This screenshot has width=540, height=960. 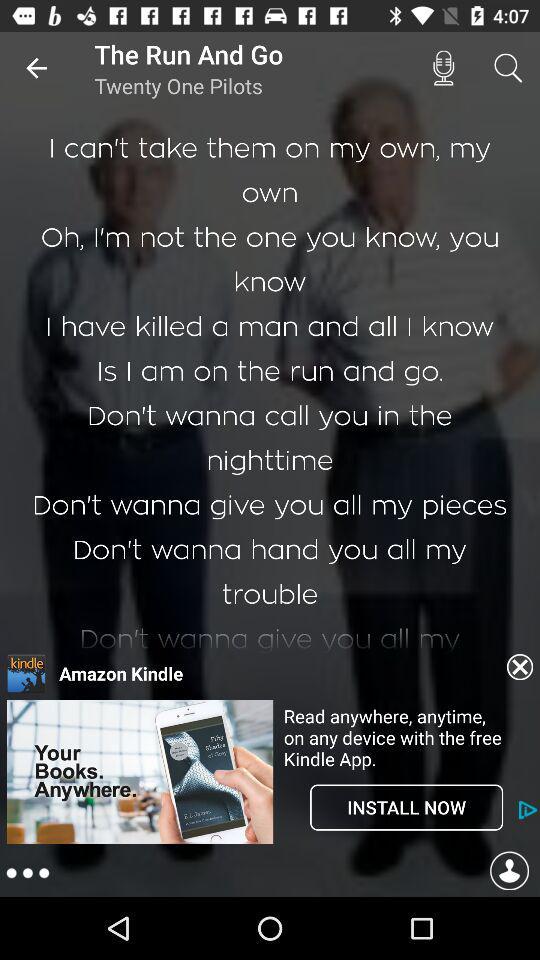 What do you see at coordinates (26, 872) in the screenshot?
I see `settings` at bounding box center [26, 872].